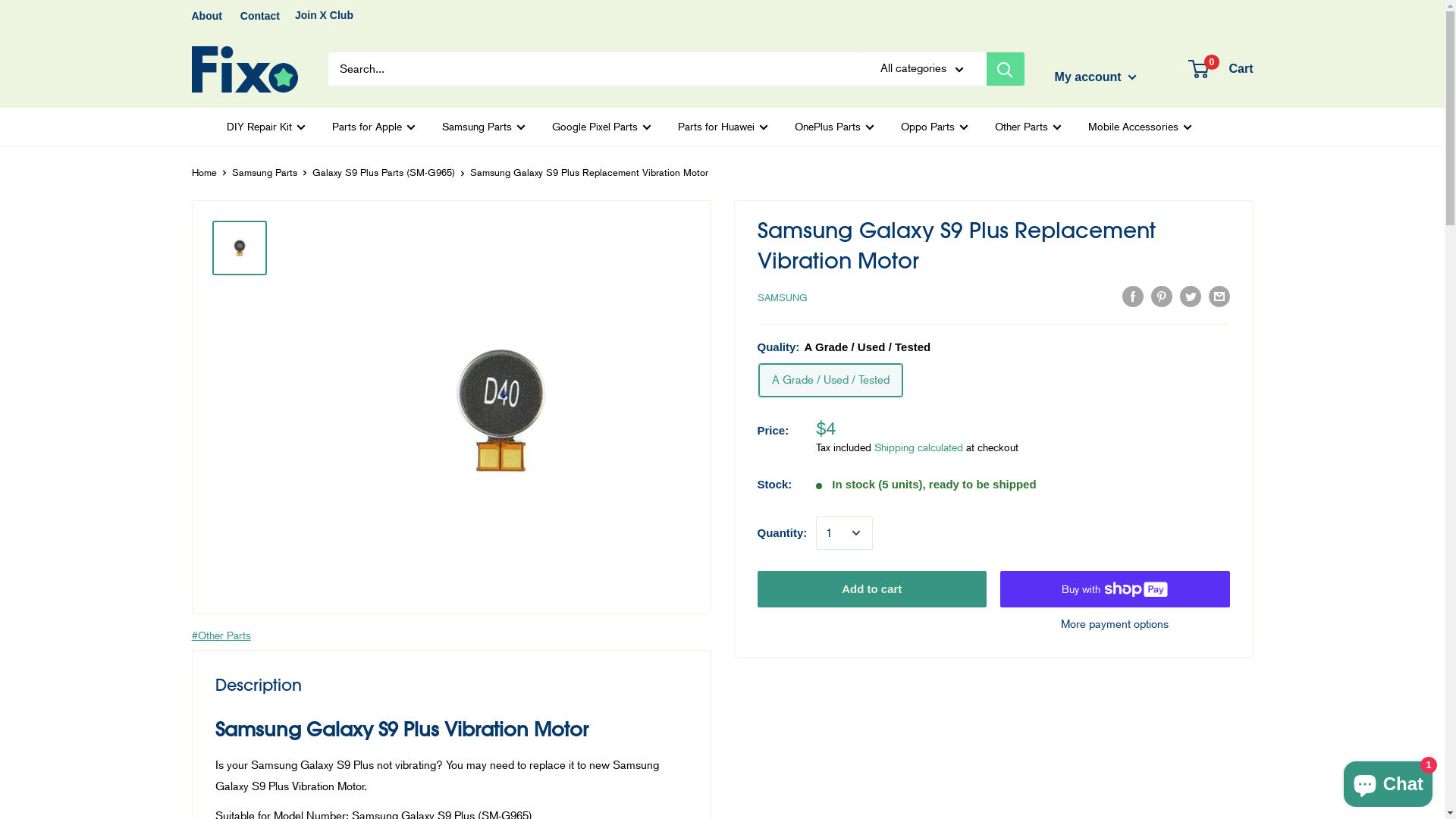 The width and height of the screenshot is (1456, 819). I want to click on 'OnePlus Parts', so click(833, 126).